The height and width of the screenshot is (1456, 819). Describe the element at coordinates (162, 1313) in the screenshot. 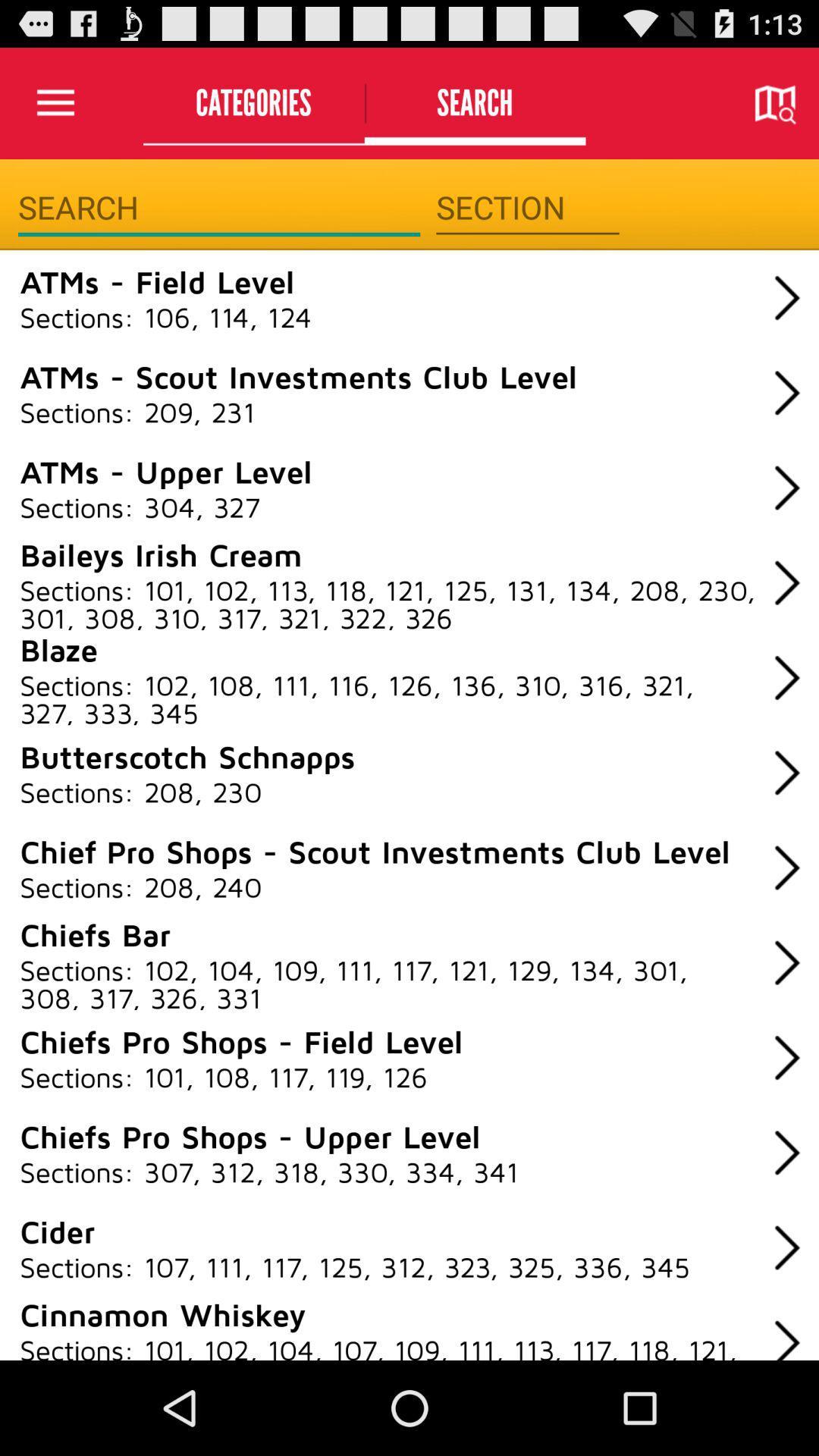

I see `the item below the sections 107 111` at that location.